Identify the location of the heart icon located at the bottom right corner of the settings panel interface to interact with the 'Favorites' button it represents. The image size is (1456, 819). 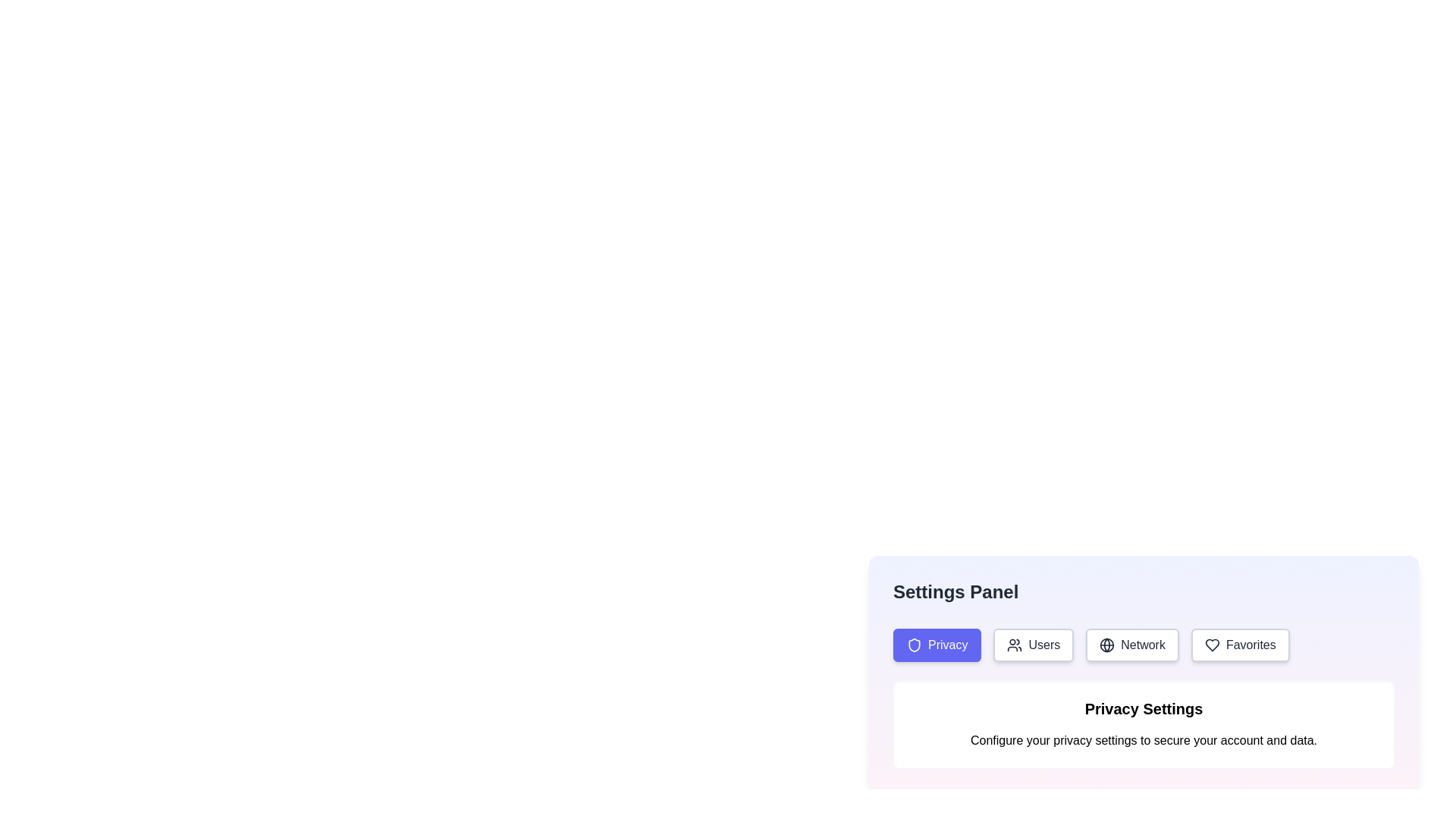
(1211, 645).